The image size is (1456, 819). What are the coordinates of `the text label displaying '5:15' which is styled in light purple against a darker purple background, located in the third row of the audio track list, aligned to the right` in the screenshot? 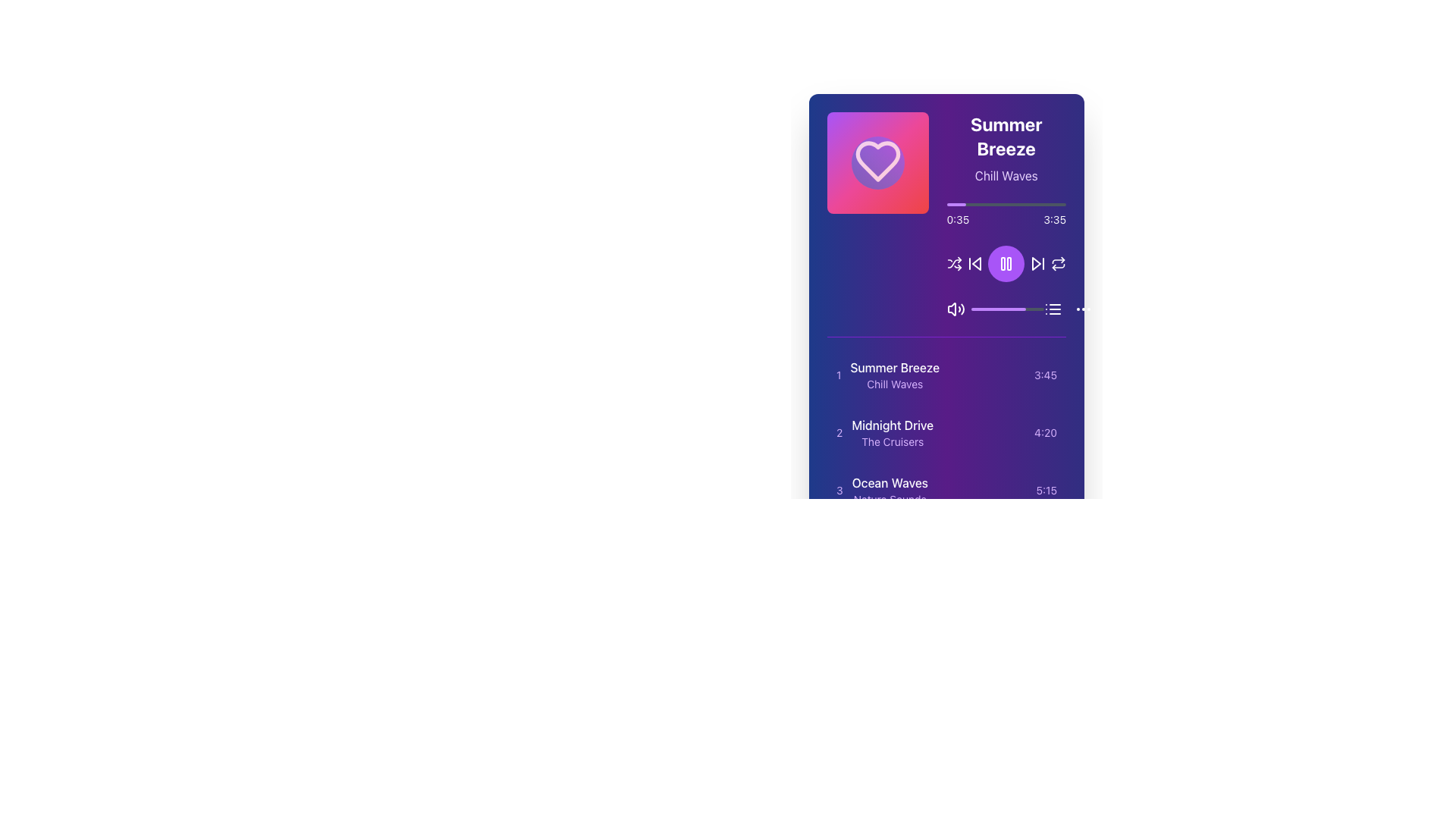 It's located at (1046, 491).